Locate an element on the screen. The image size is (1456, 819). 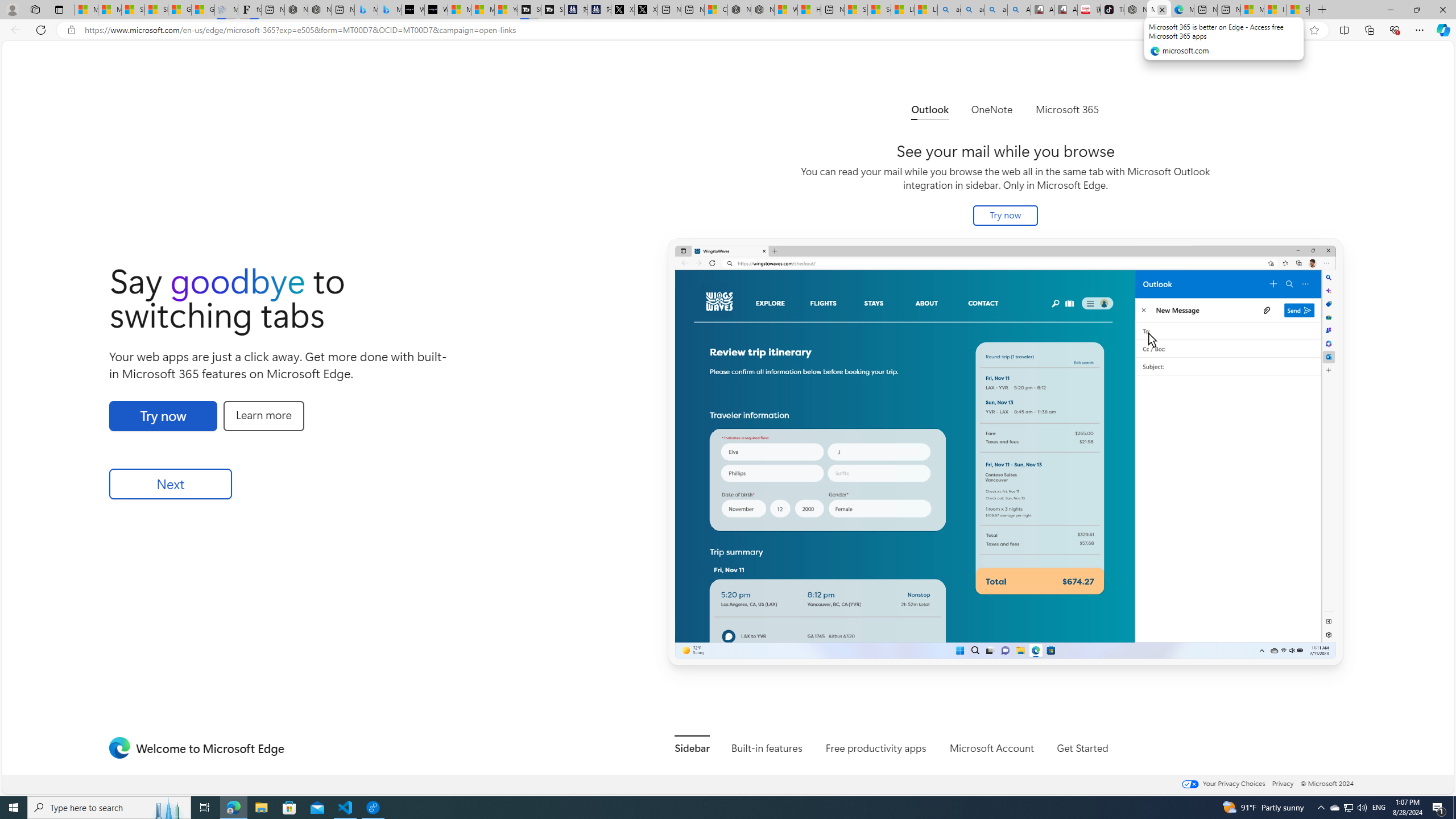
'Gilma and Hector both pose tropical trouble for Hawaii' is located at coordinates (202, 9).